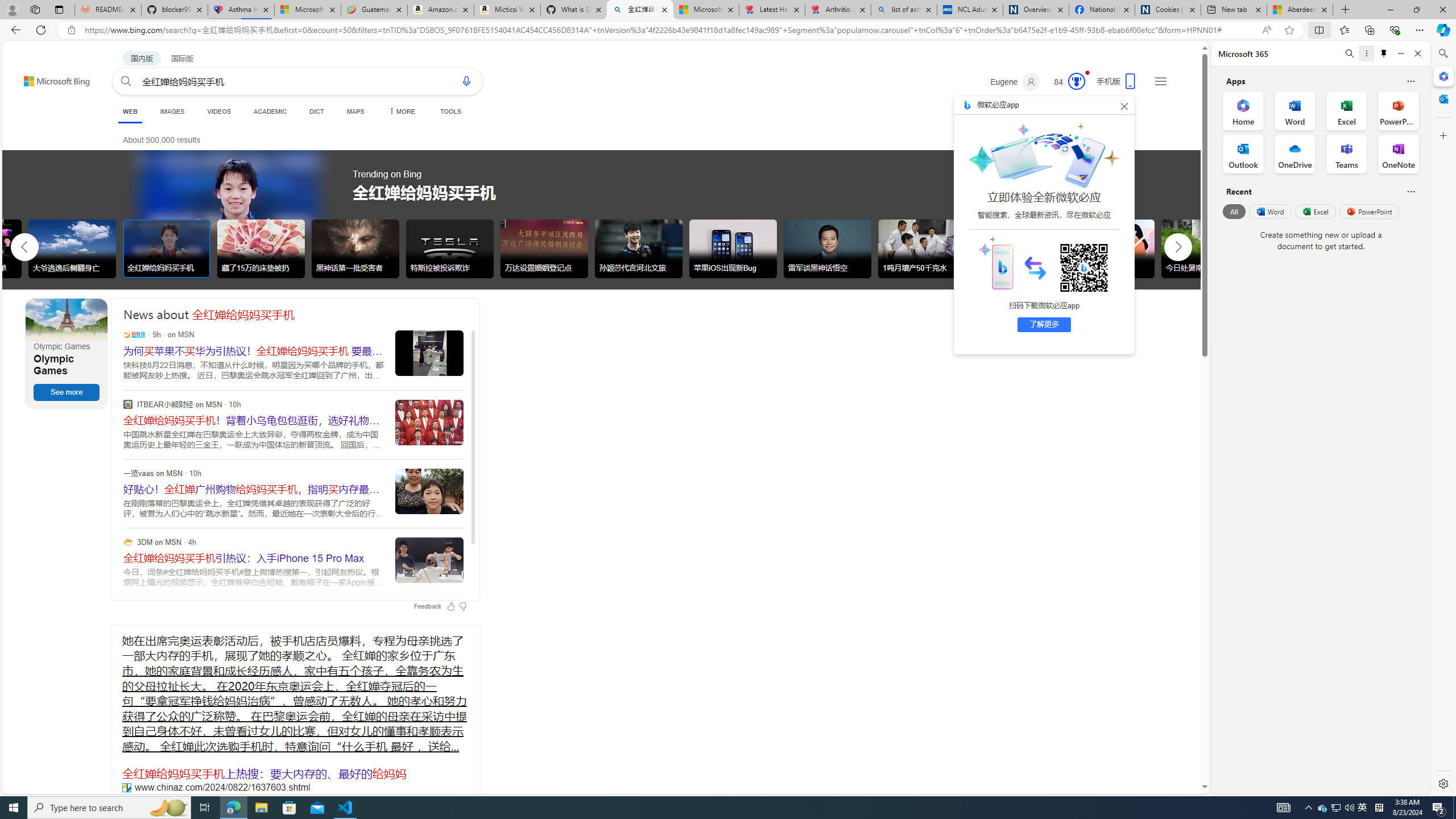 This screenshot has width=1456, height=819. Describe the element at coordinates (1177, 246) in the screenshot. I see `'AutomationID: tob_right_arrow'` at that location.